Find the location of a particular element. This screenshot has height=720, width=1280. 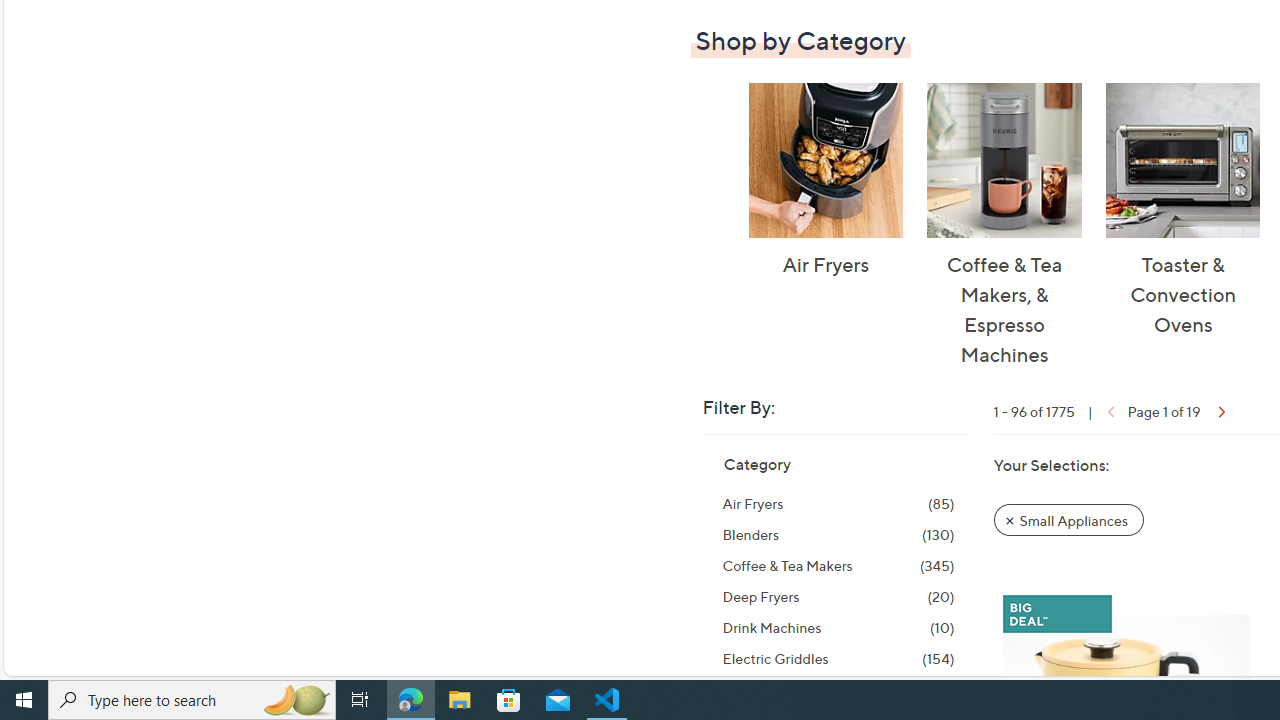

'Air Fryers, 85 items' is located at coordinates (838, 502).